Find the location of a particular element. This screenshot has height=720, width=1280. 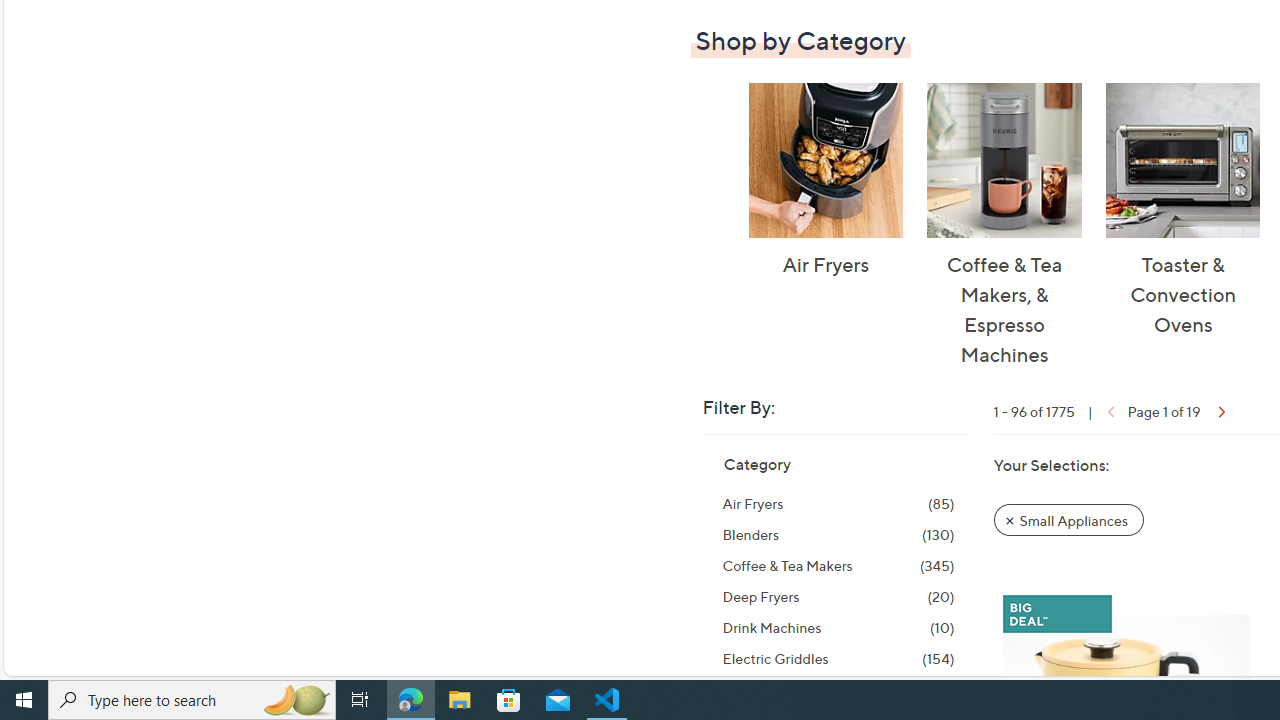

'Air Fryers, 85 items' is located at coordinates (838, 502).